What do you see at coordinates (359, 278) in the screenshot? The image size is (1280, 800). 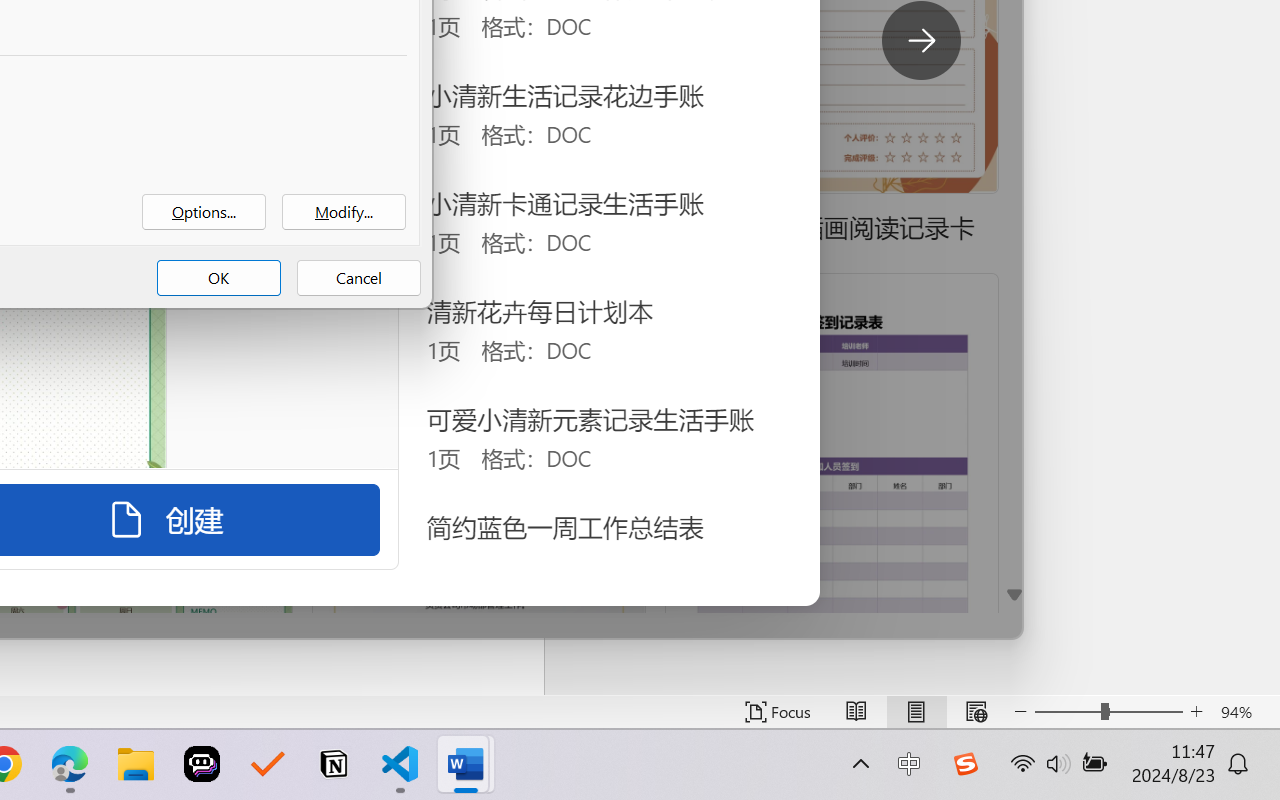 I see `'Cancel'` at bounding box center [359, 278].